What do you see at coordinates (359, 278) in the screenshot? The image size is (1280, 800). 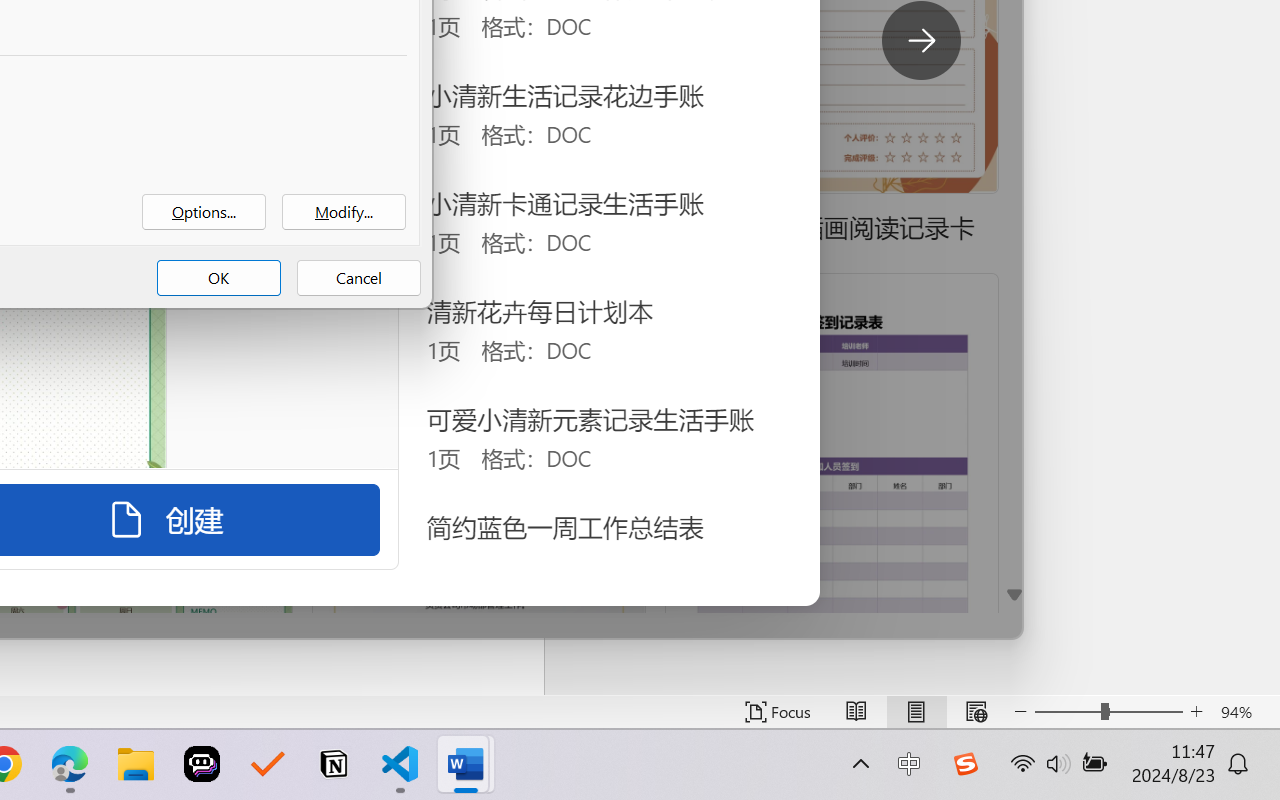 I see `'Cancel'` at bounding box center [359, 278].